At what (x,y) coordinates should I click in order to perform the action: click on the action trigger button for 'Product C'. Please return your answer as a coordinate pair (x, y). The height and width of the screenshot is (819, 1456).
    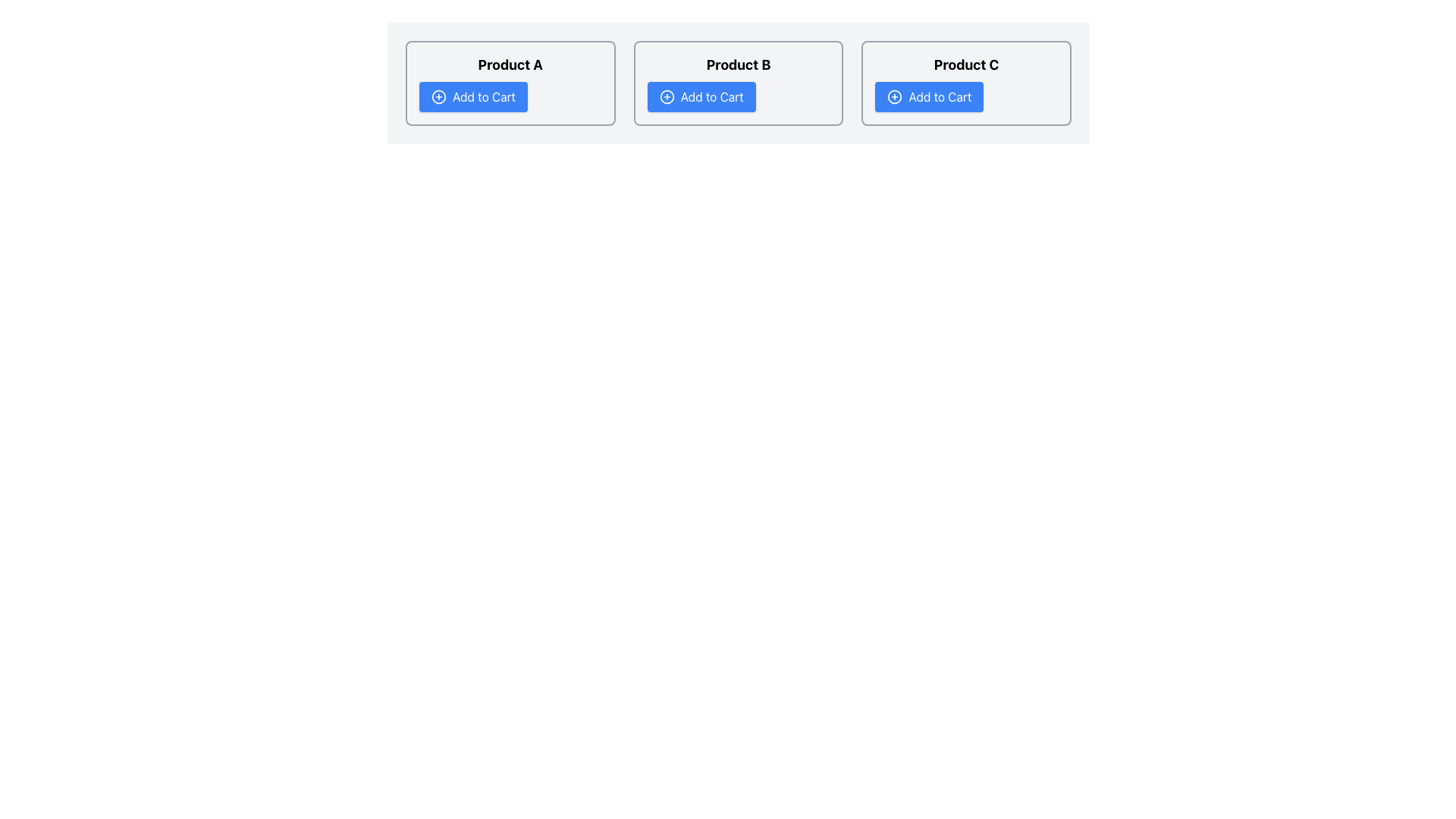
    Looking at the image, I should click on (928, 96).